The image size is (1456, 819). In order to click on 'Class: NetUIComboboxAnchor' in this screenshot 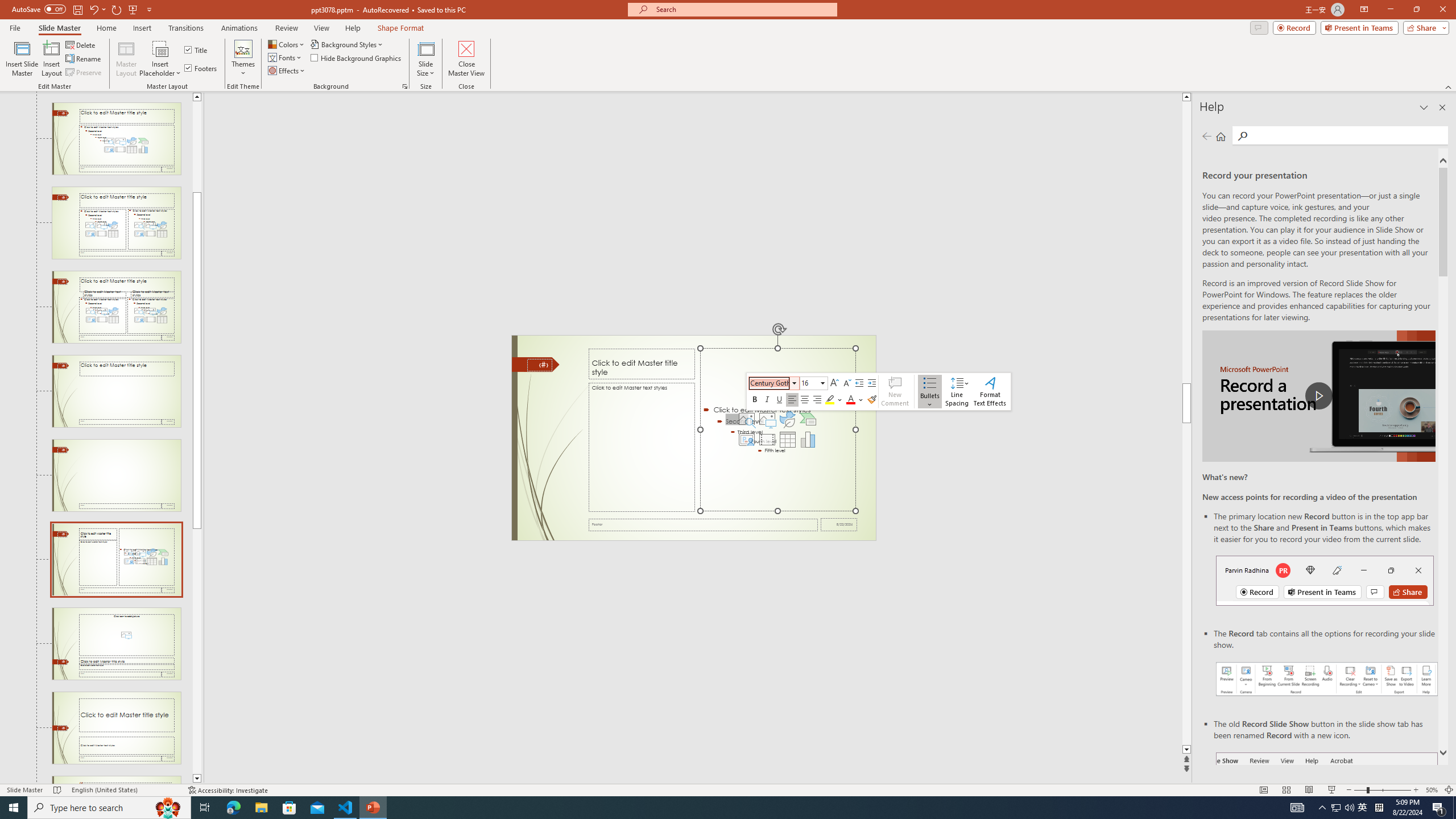, I will do `click(813, 383)`.